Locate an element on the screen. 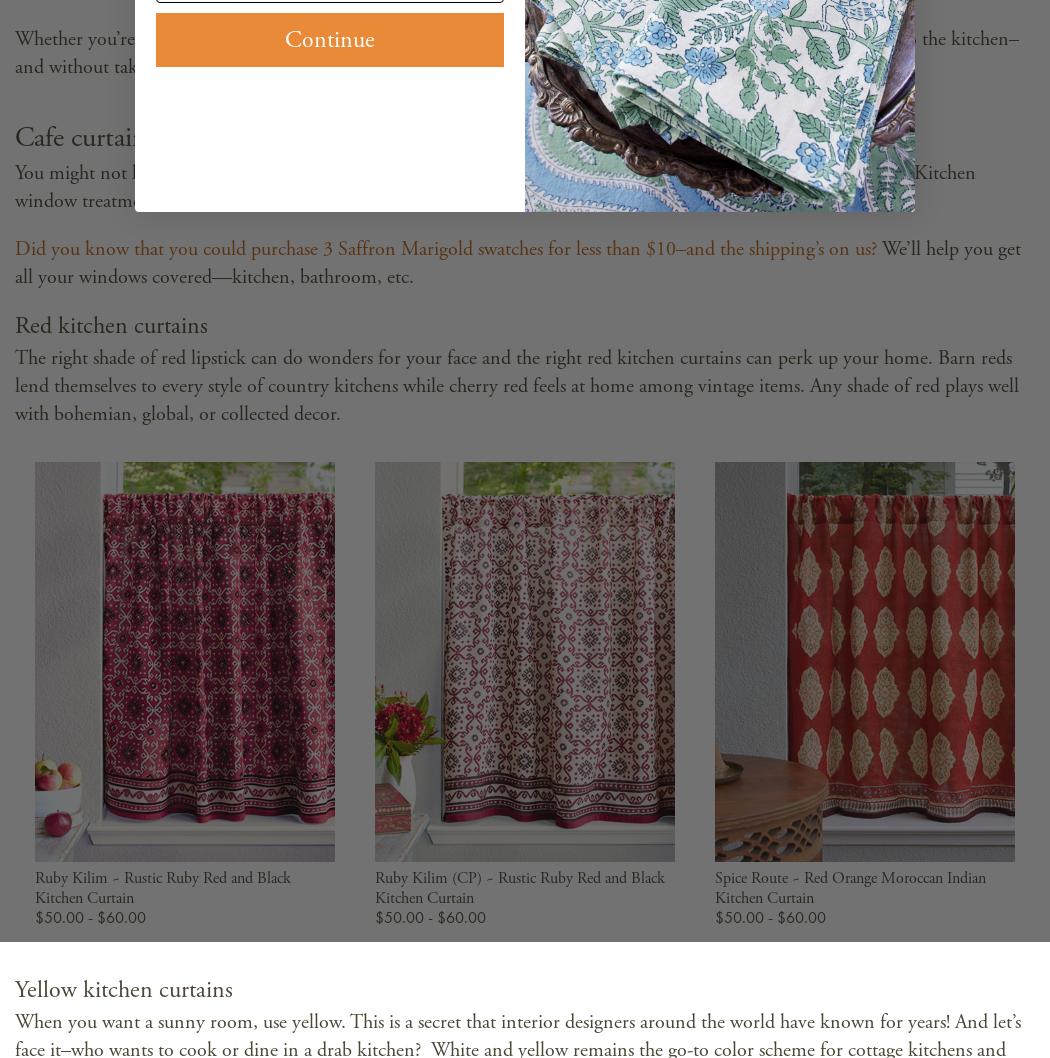 The width and height of the screenshot is (1050, 1058). 'The right shade of red lipstick can do wonders for your face and the right red kitchen curtains can perk up your home. Barn reds lend themselves to every style of country kitchens while cherry red feels at home among vintage items. Any shade of red plays well with bohemian, global, or collected decor.' is located at coordinates (516, 385).